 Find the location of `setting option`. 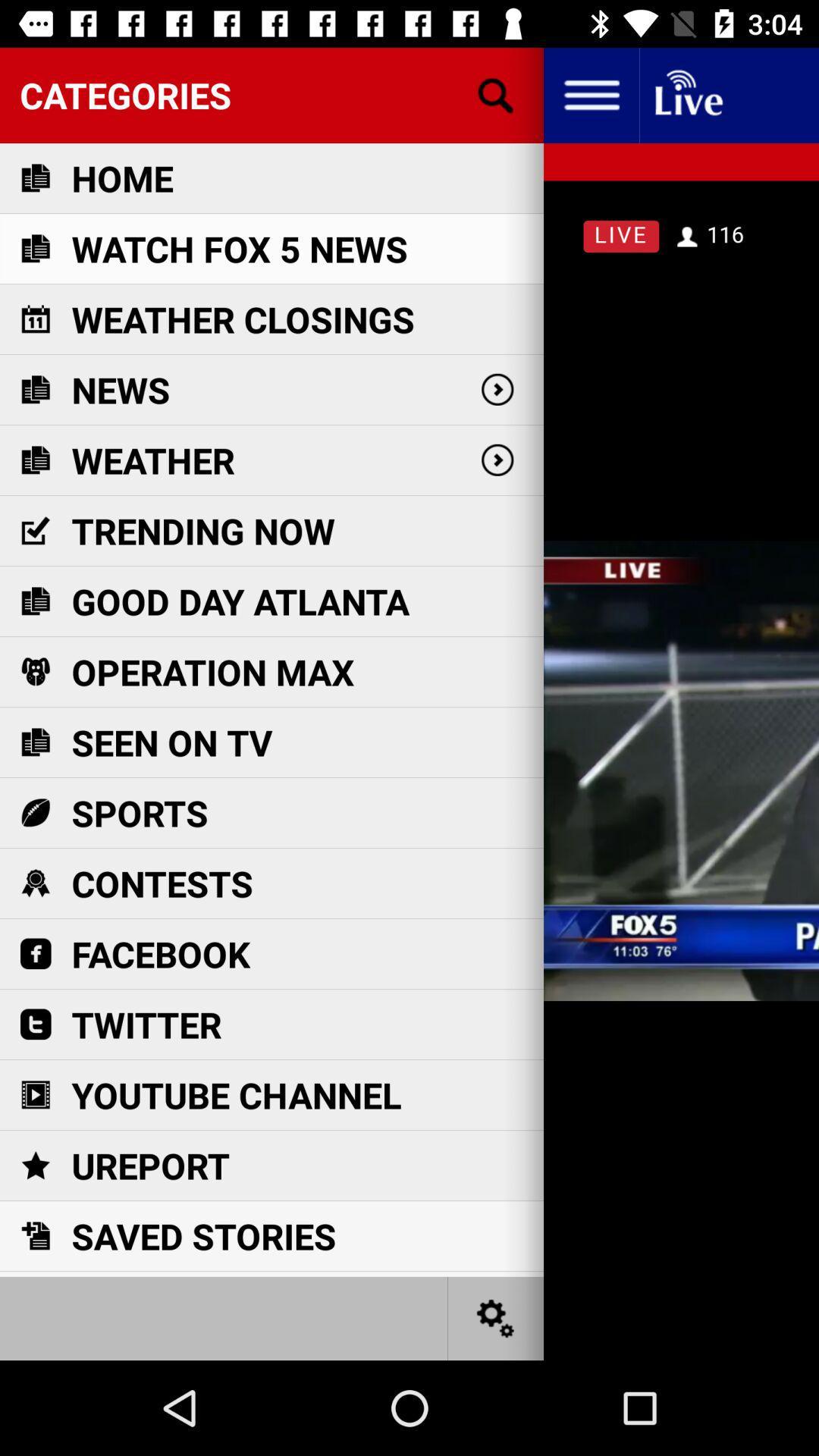

setting option is located at coordinates (496, 1317).